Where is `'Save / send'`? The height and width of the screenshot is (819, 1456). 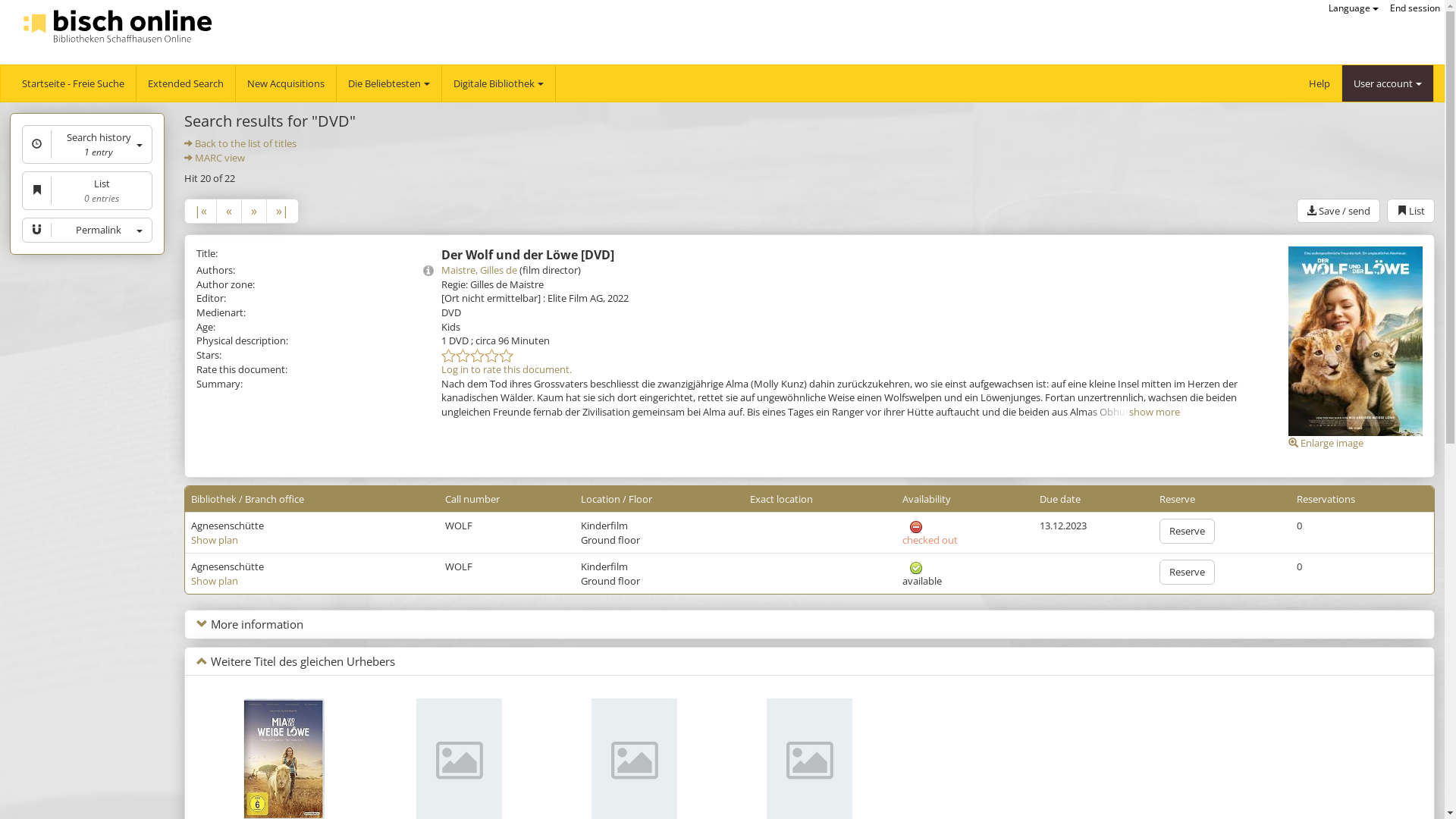
'Save / send' is located at coordinates (1338, 211).